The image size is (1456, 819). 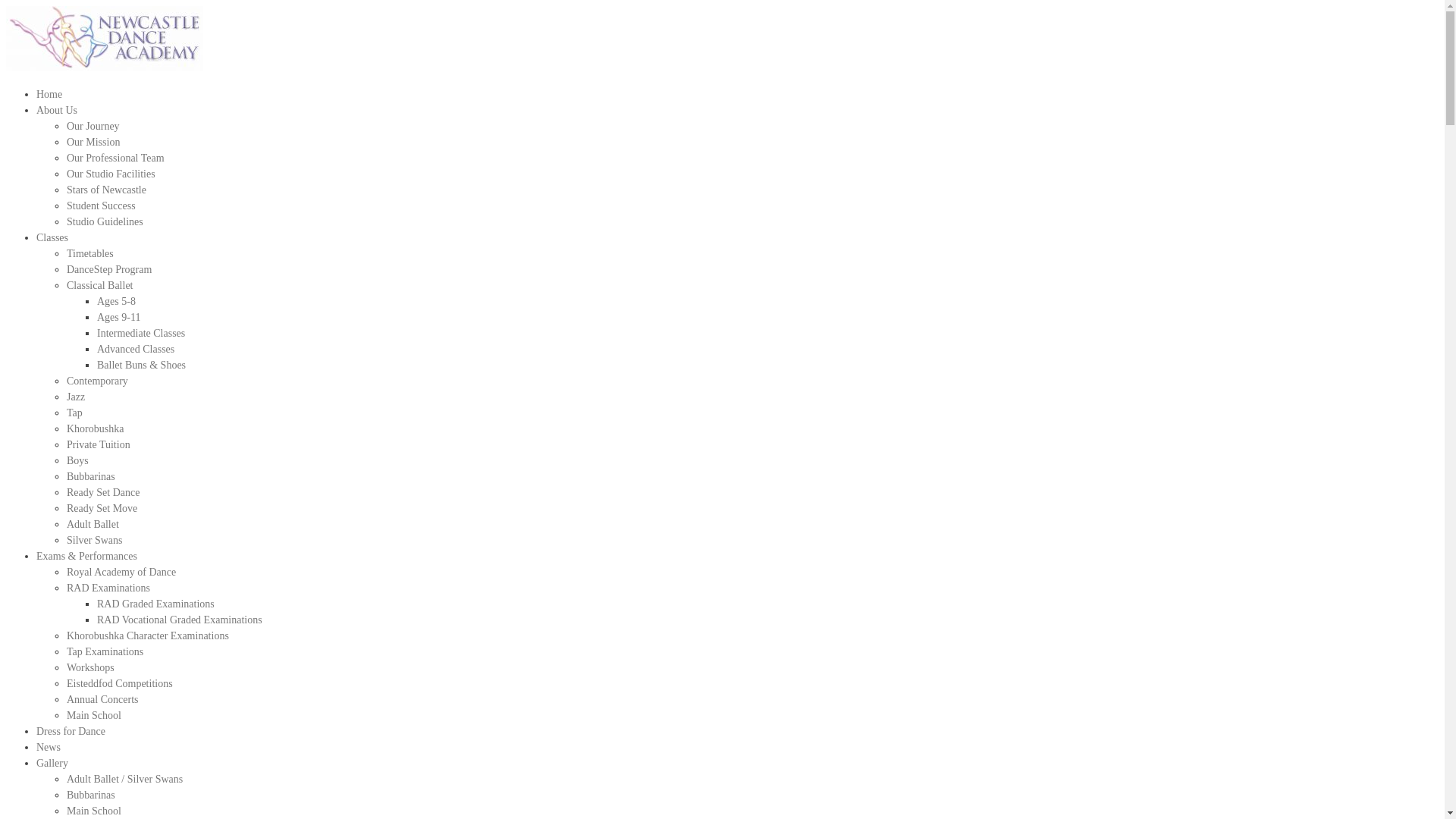 I want to click on 'Silver Swans', so click(x=93, y=539).